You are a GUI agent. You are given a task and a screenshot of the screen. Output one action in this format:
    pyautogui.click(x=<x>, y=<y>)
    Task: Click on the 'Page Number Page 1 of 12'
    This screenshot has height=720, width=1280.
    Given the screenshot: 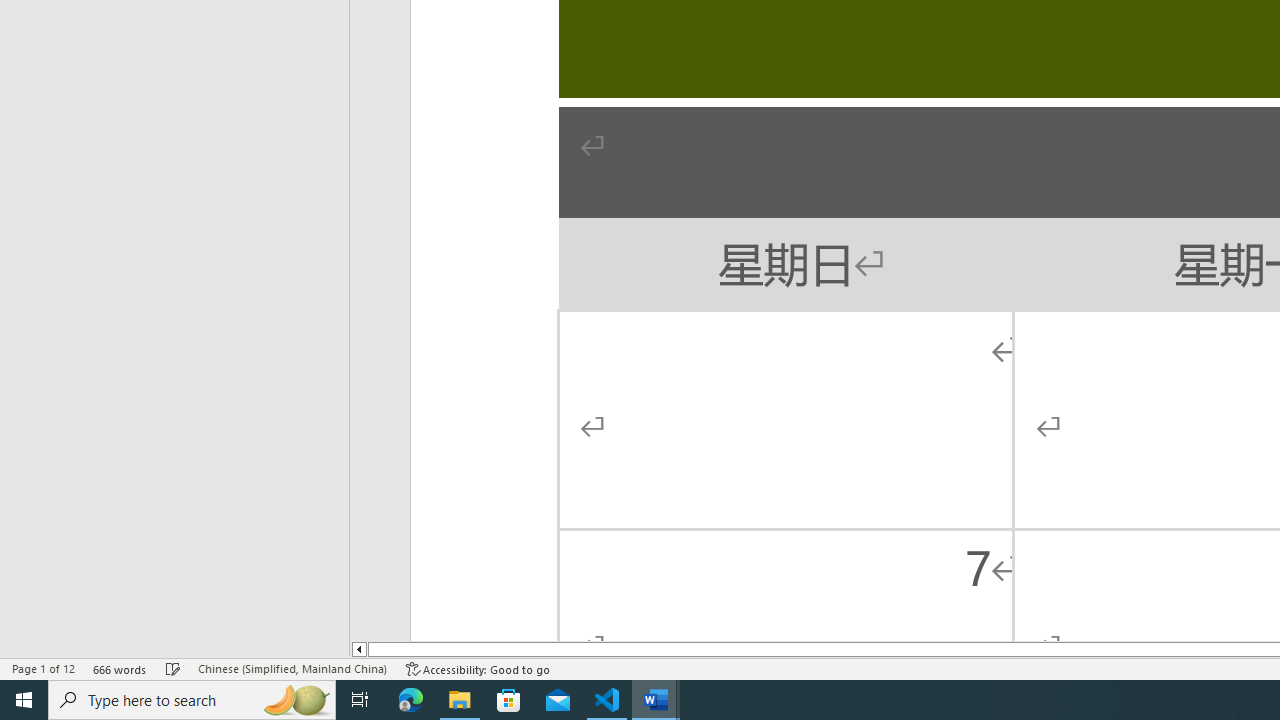 What is the action you would take?
    pyautogui.click(x=43, y=669)
    